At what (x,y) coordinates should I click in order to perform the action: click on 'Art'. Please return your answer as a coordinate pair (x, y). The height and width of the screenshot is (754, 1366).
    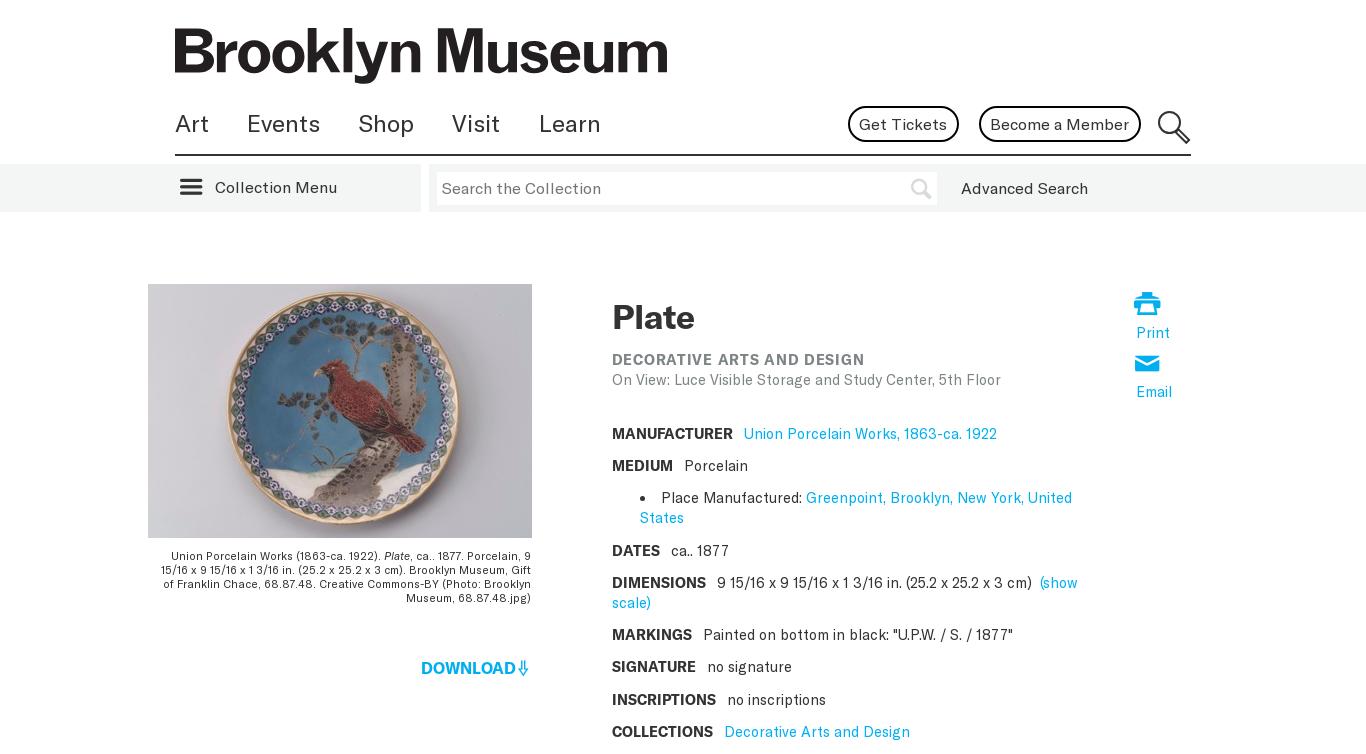
    Looking at the image, I should click on (191, 121).